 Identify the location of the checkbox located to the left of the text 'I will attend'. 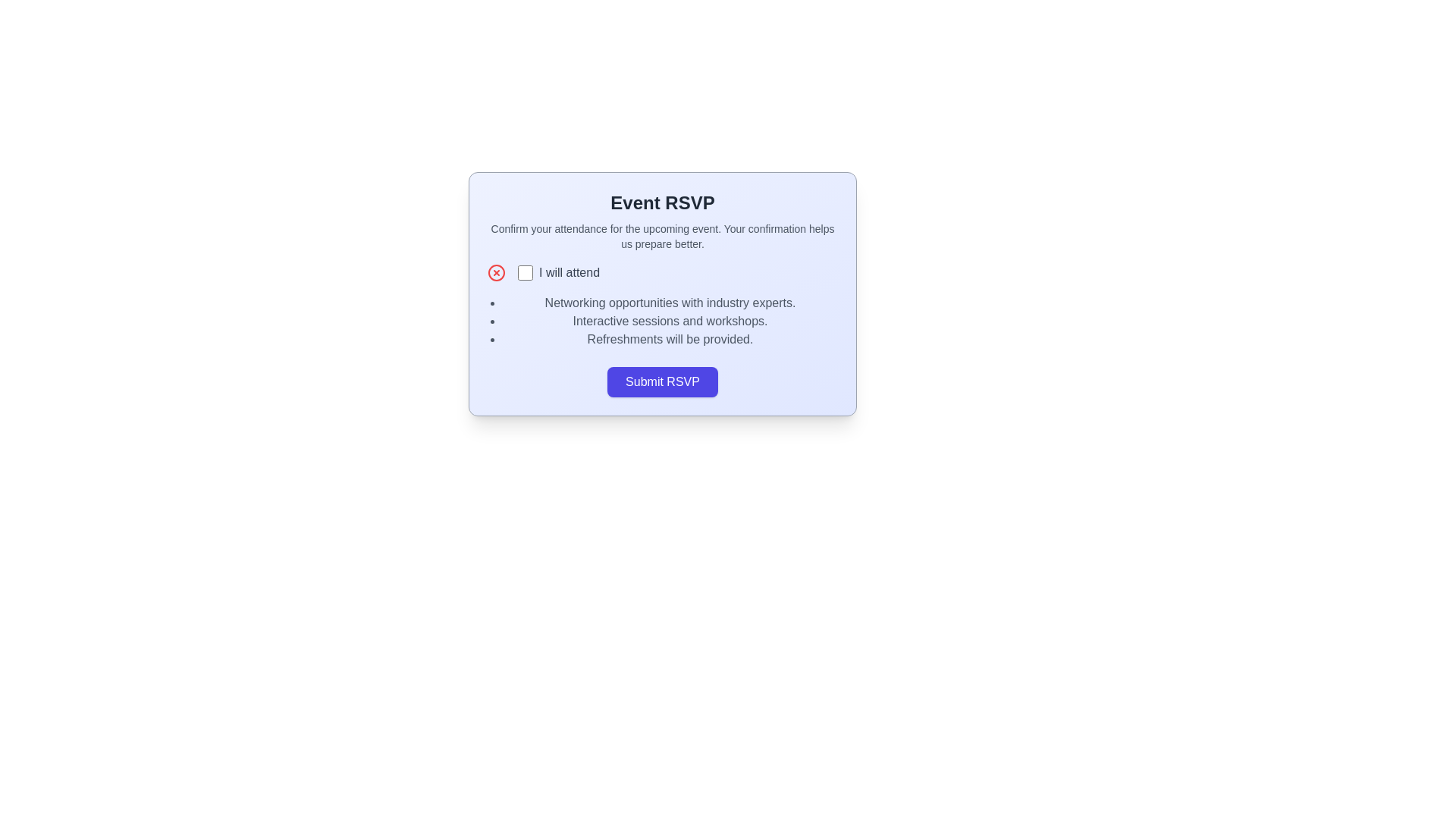
(525, 271).